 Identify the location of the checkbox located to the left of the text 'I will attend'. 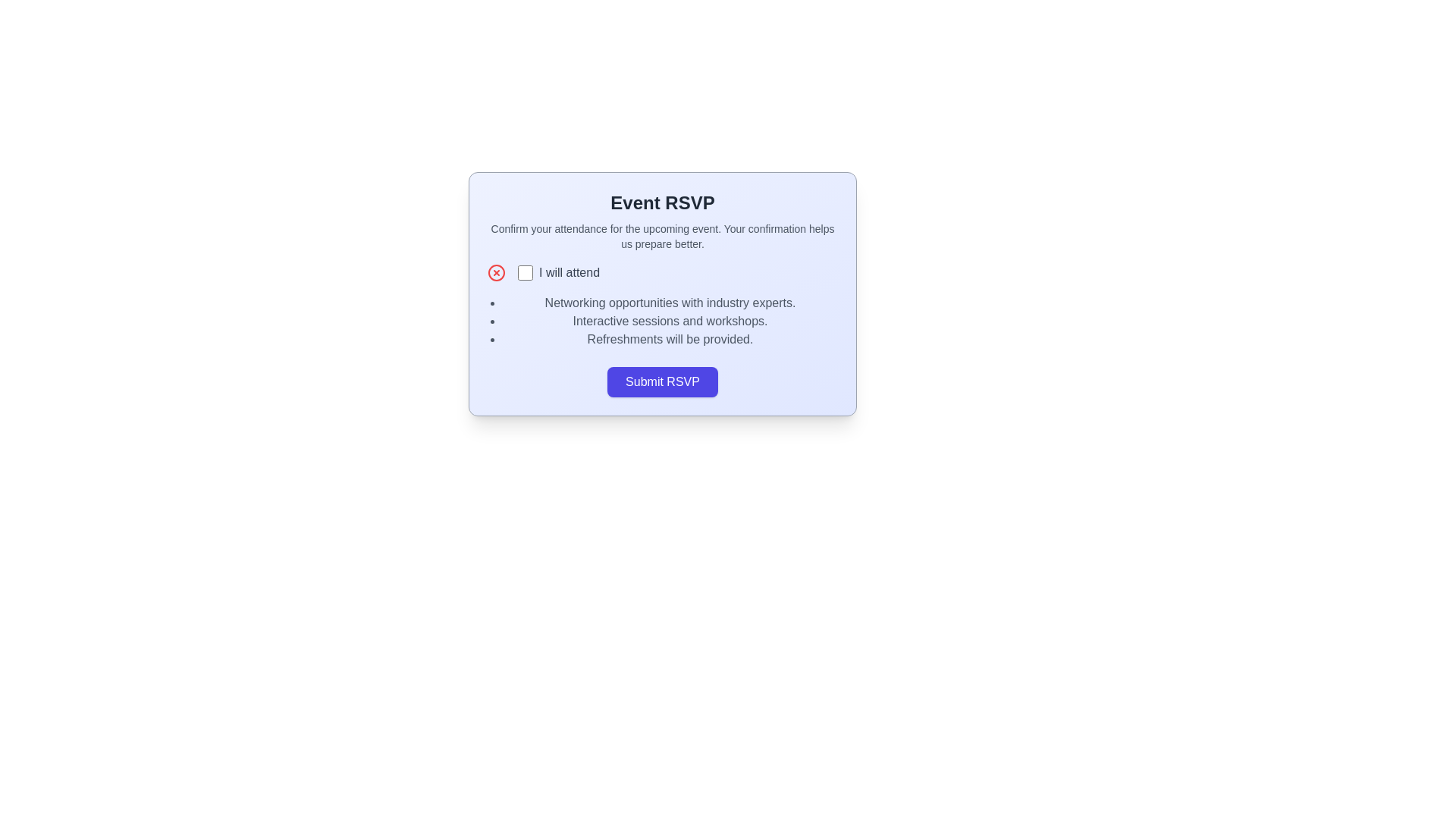
(525, 271).